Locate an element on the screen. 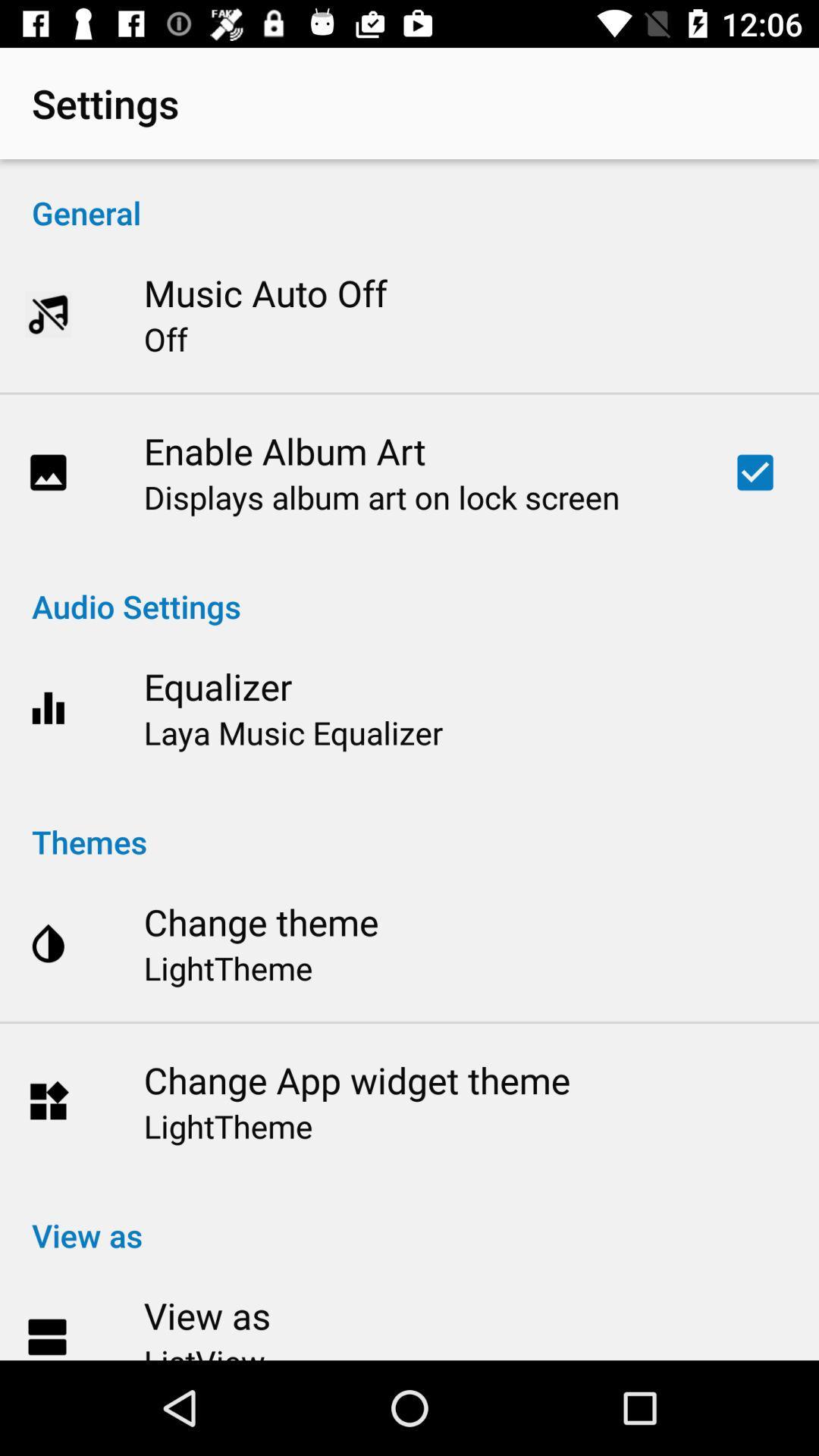  the item below the lighttheme is located at coordinates (356, 1079).